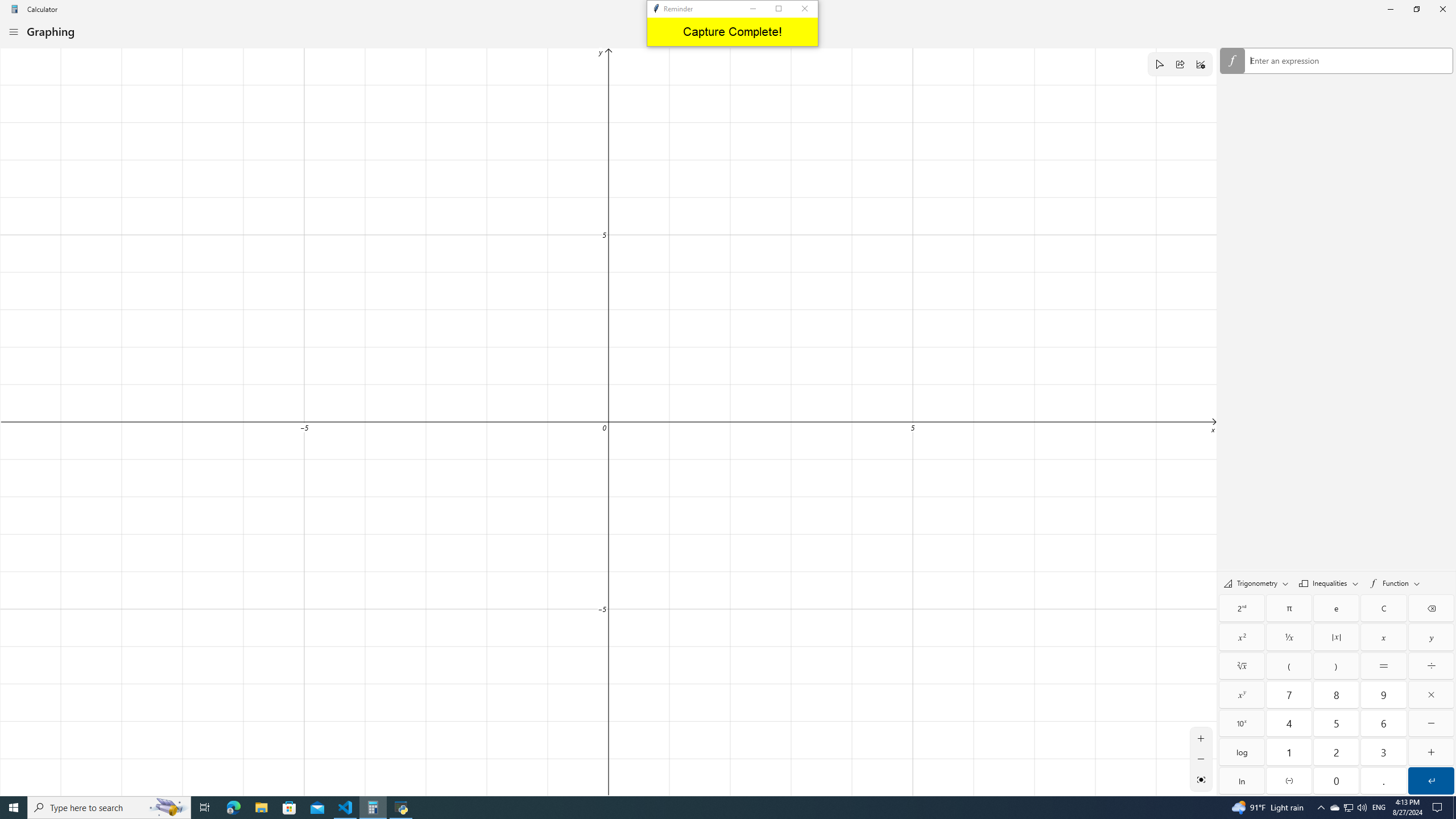 This screenshot has width=1456, height=819. I want to click on 'Two', so click(1336, 751).